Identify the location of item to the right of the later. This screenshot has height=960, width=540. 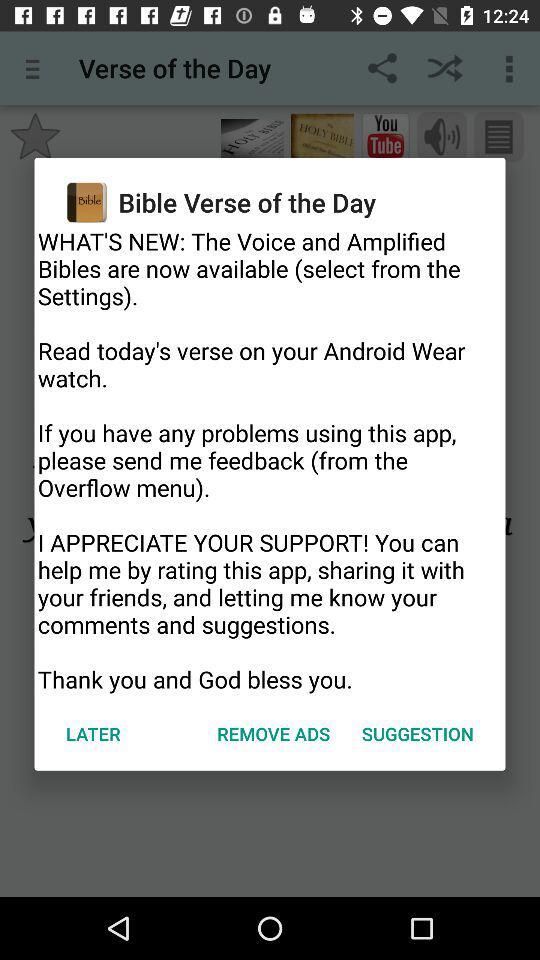
(272, 732).